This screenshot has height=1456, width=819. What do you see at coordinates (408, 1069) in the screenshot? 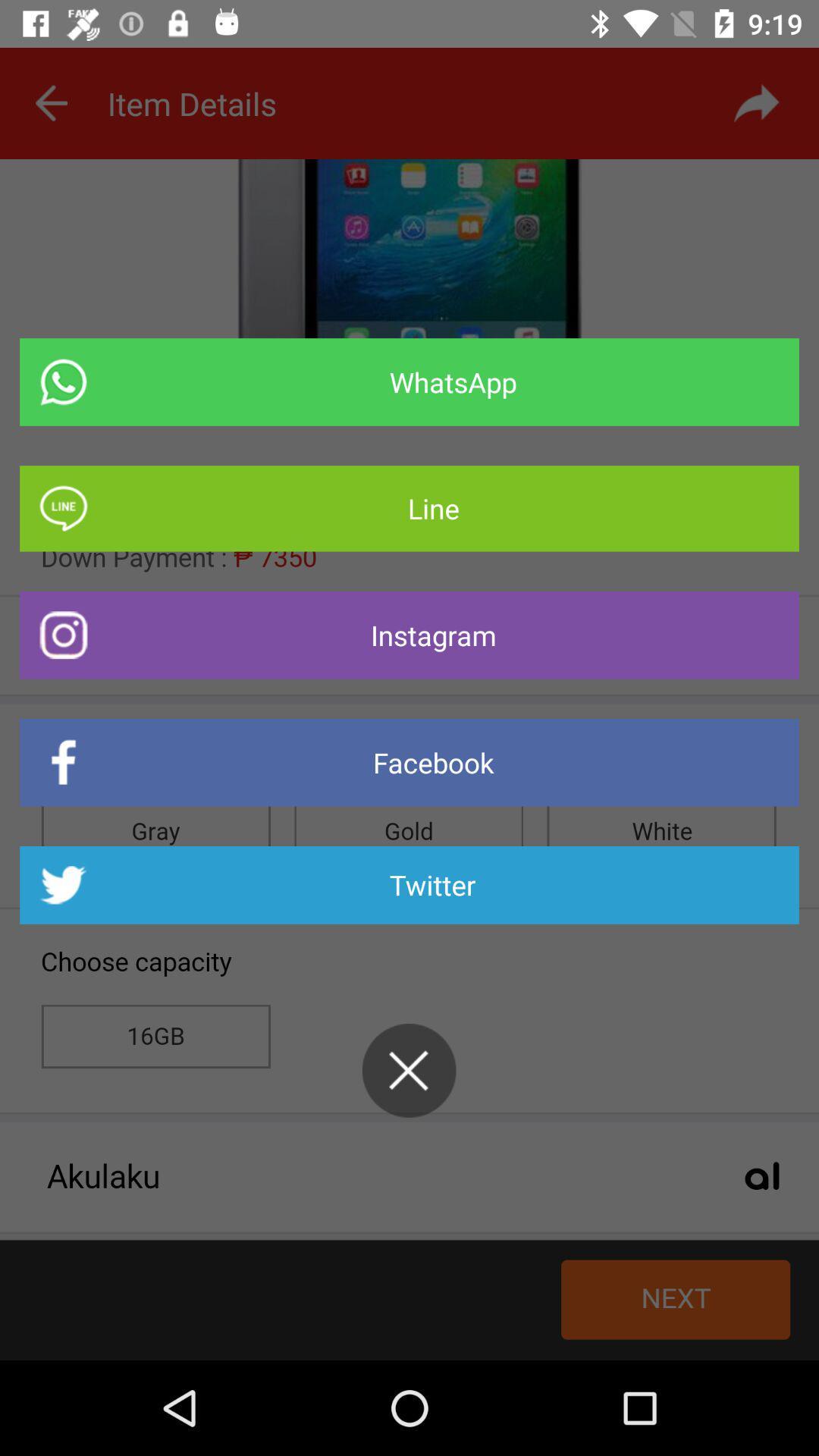
I see `icon at the bottom` at bounding box center [408, 1069].